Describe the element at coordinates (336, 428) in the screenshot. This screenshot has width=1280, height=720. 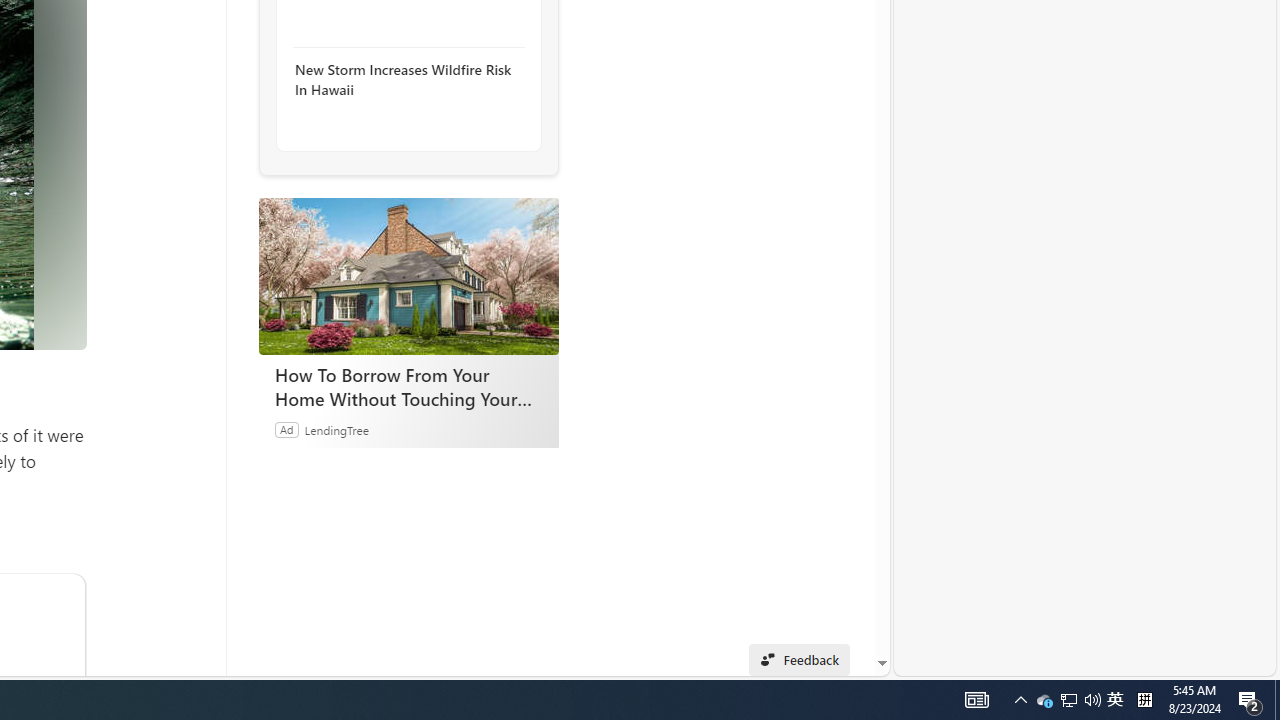
I see `'LendingTree'` at that location.